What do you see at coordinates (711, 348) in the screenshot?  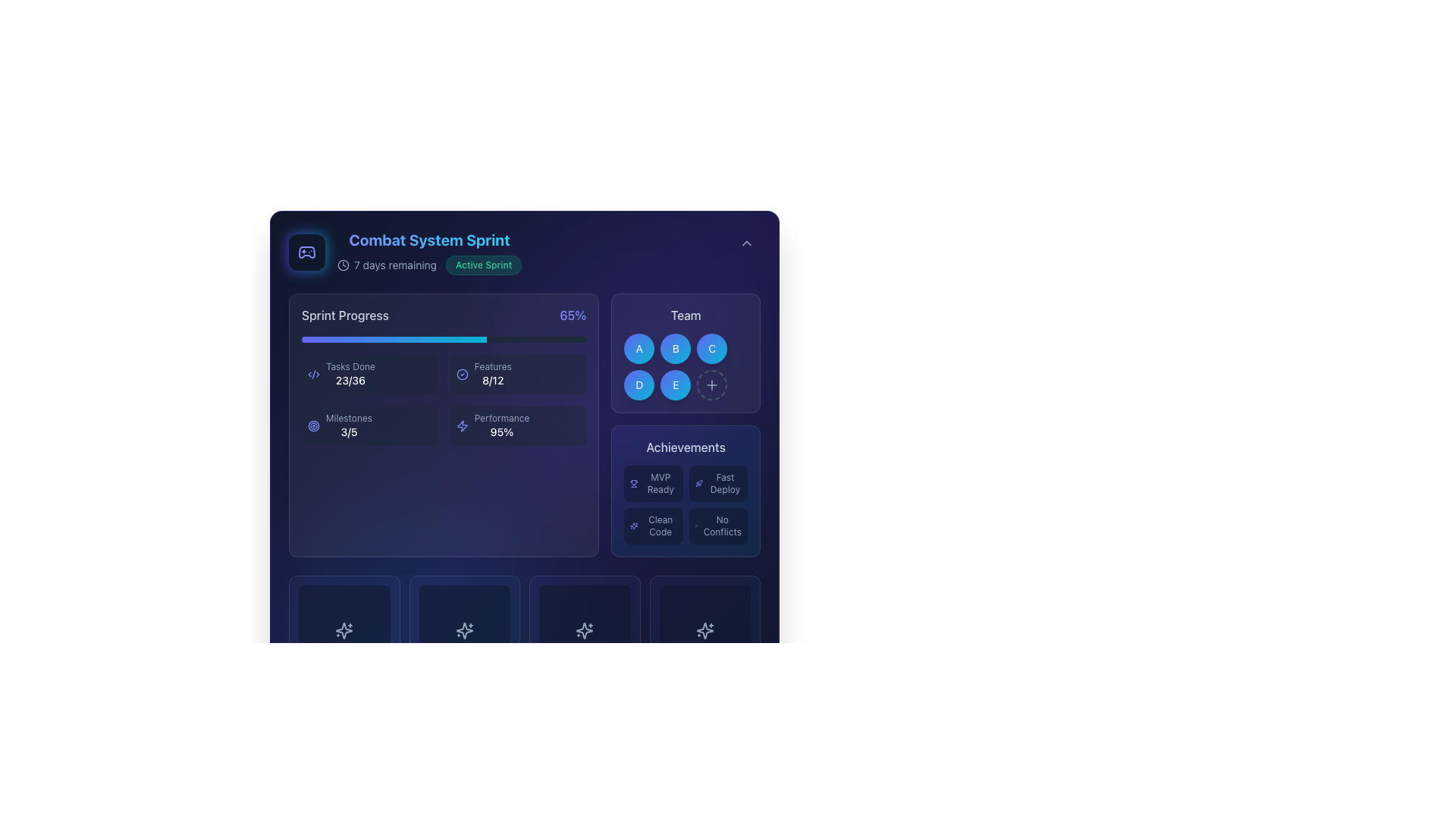 I see `the third circular badge in the 'Team' section, which is static and serves as a visual representation, located between the buttons labeled 'B' and 'D'` at bounding box center [711, 348].